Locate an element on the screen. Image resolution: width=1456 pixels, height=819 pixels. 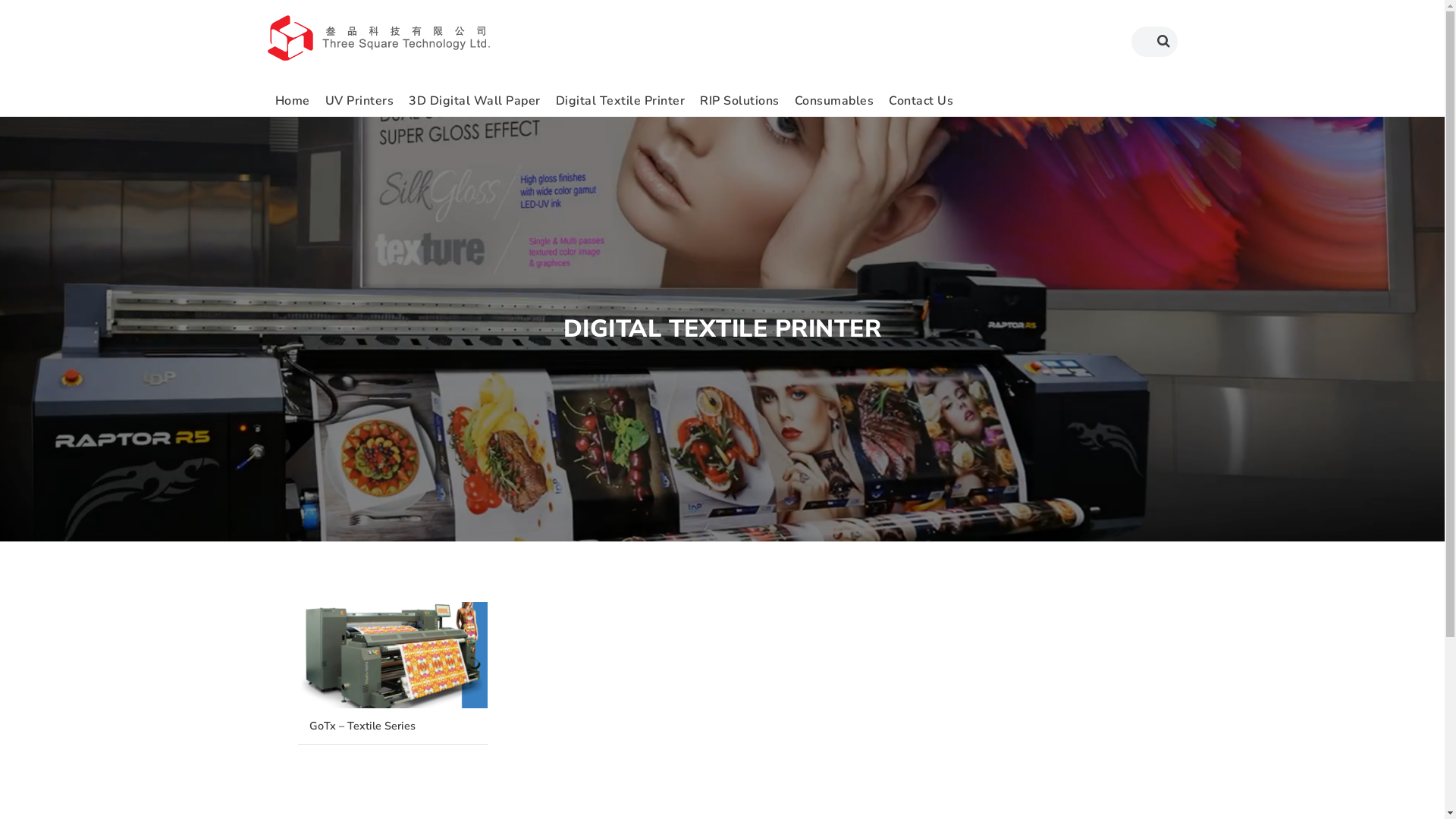
'RIP Solutions' is located at coordinates (739, 100).